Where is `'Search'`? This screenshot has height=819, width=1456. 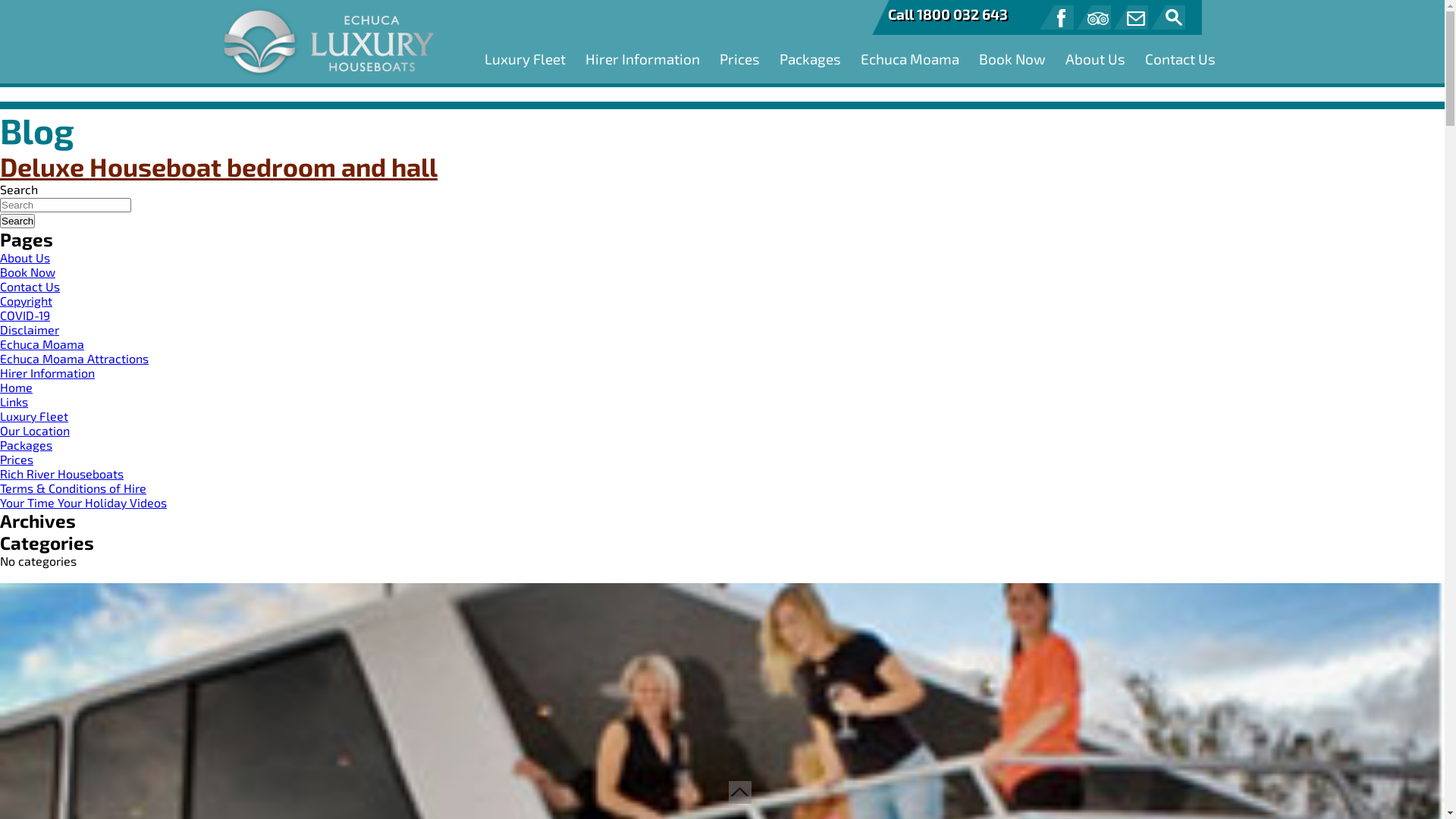 'Search' is located at coordinates (17, 221).